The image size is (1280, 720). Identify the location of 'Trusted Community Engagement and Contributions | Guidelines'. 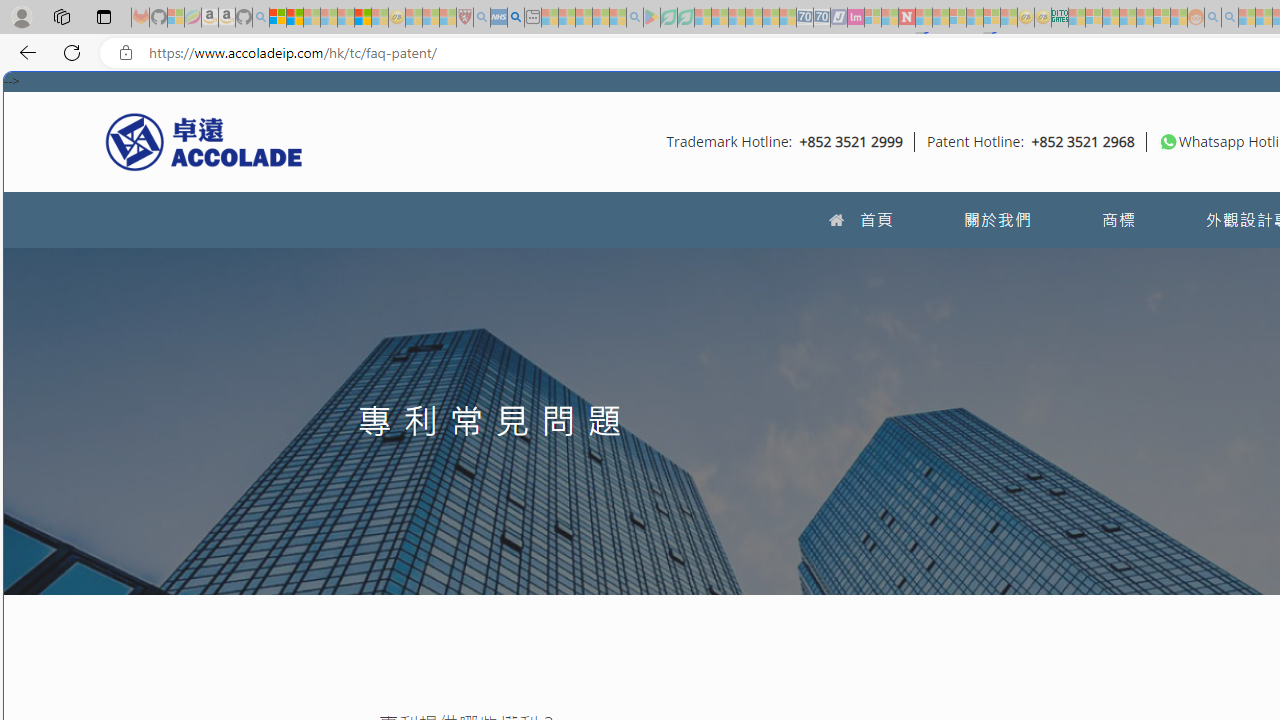
(923, 17).